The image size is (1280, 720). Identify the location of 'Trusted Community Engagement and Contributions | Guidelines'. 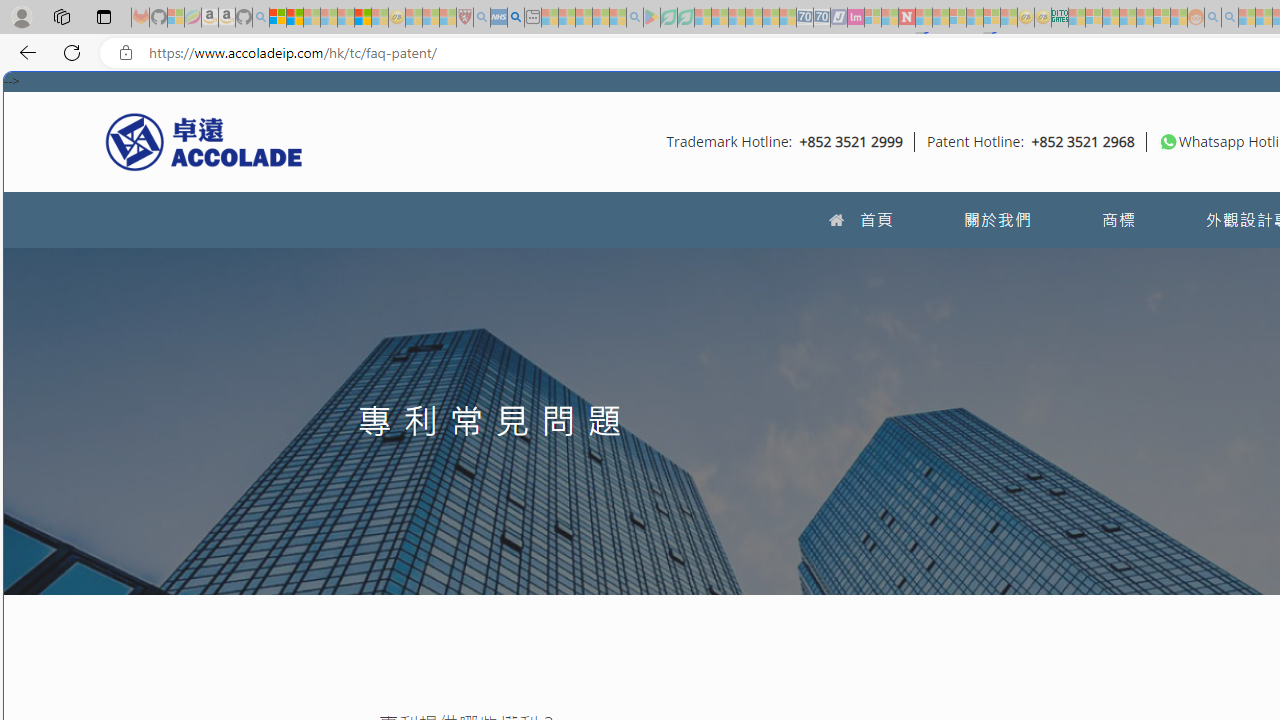
(923, 17).